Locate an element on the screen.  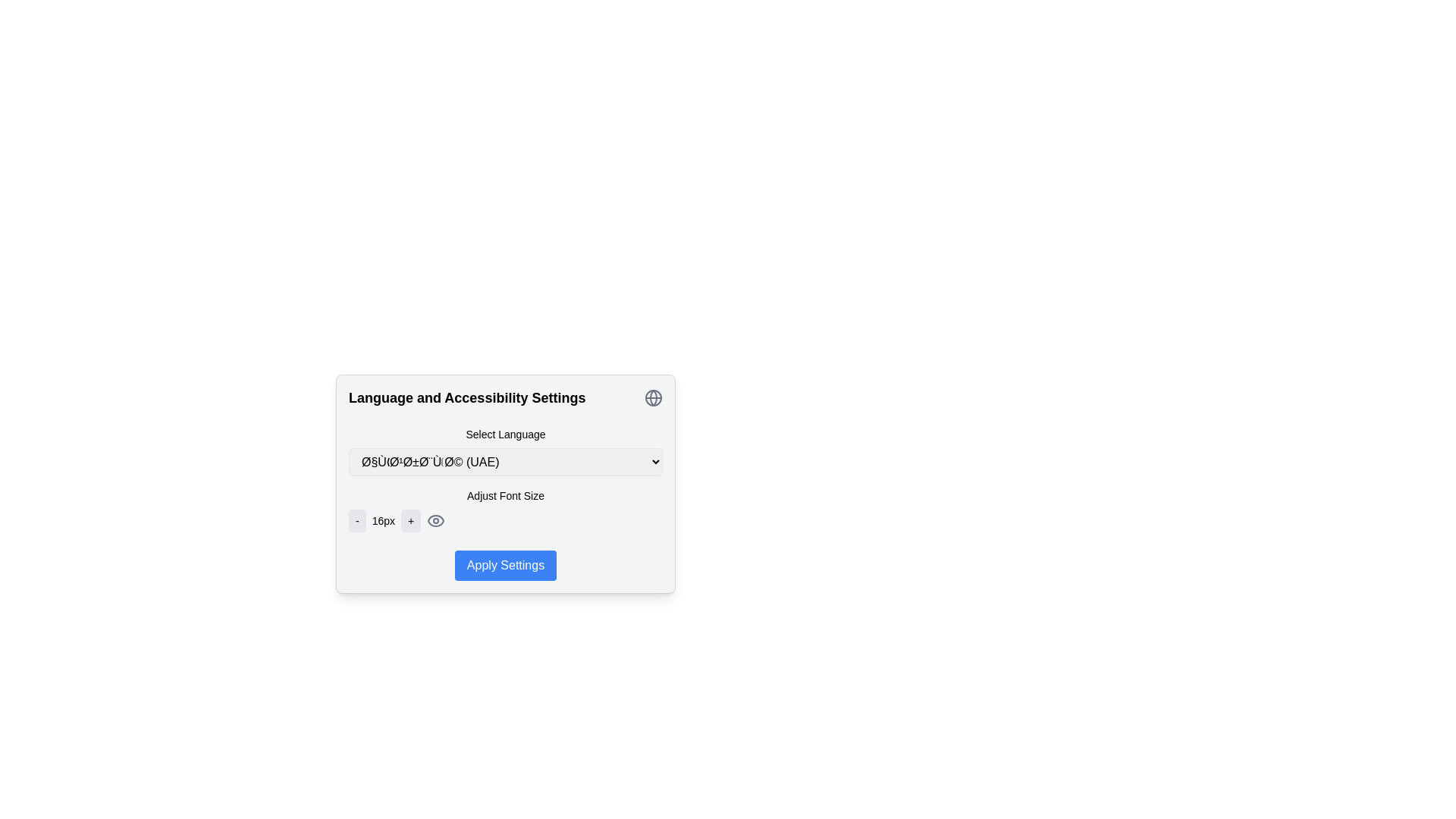
the outlined circle element that represents the circular boundary of the globe icon in the top-right corner of the settings interface is located at coordinates (654, 397).